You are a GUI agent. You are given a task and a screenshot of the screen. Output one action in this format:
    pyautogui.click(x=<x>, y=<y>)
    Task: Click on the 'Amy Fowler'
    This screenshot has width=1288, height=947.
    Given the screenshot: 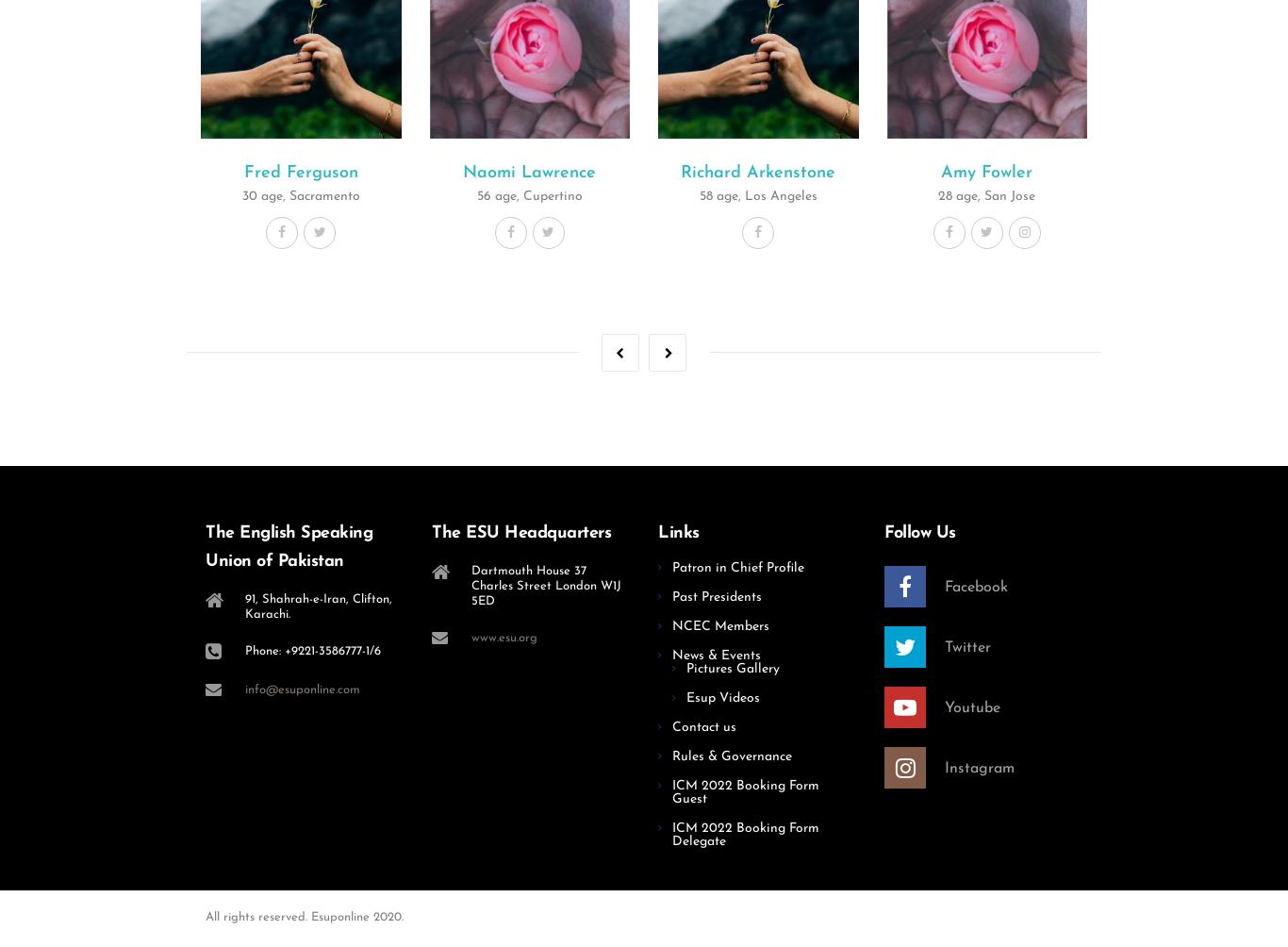 What is the action you would take?
    pyautogui.click(x=985, y=171)
    